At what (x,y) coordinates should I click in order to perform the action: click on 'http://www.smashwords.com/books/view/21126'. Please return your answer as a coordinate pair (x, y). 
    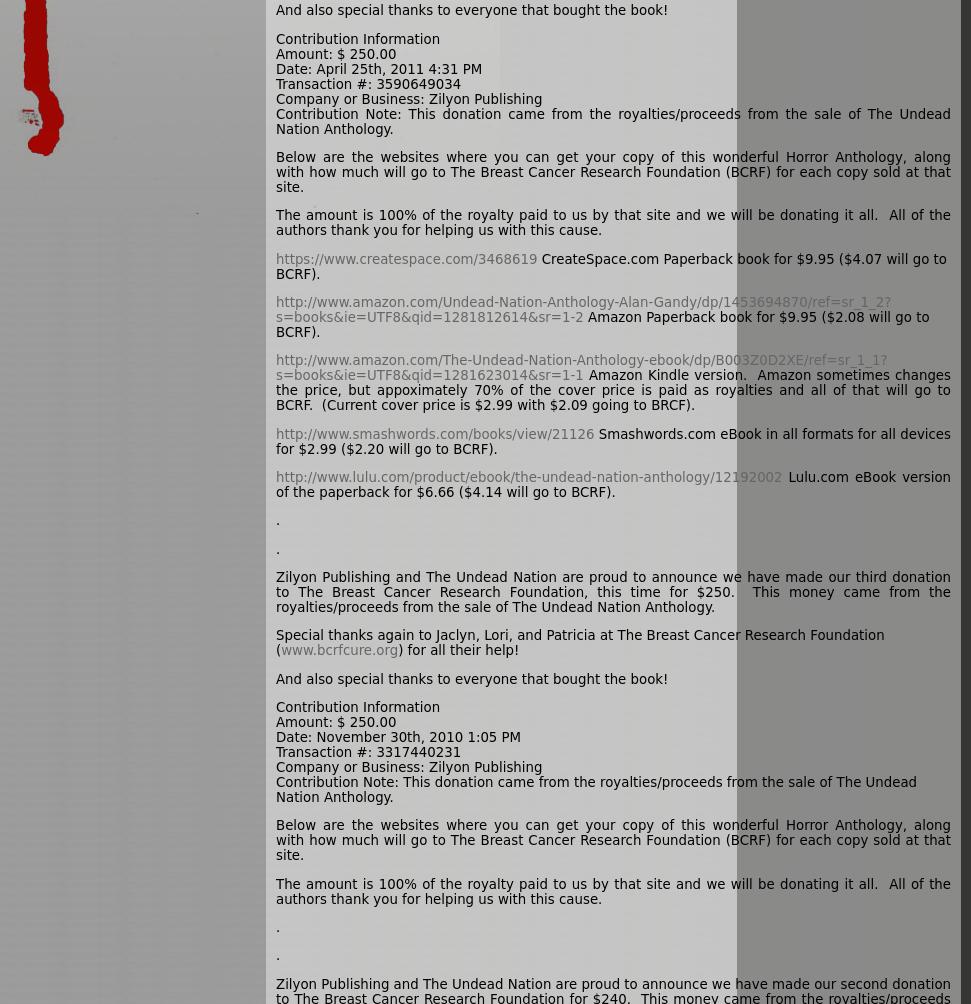
    Looking at the image, I should click on (435, 432).